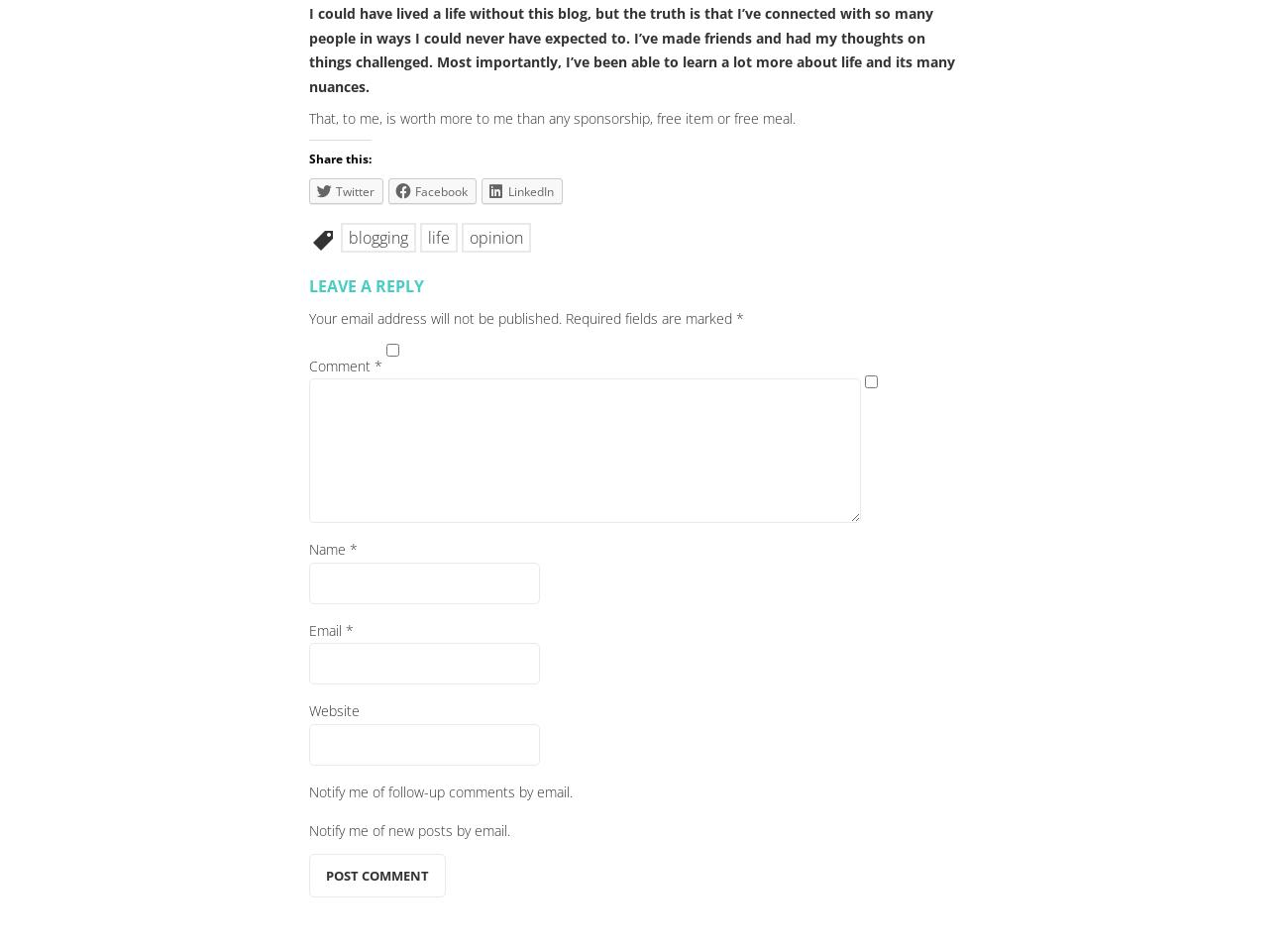  I want to click on 'Leave a Reply', so click(365, 283).